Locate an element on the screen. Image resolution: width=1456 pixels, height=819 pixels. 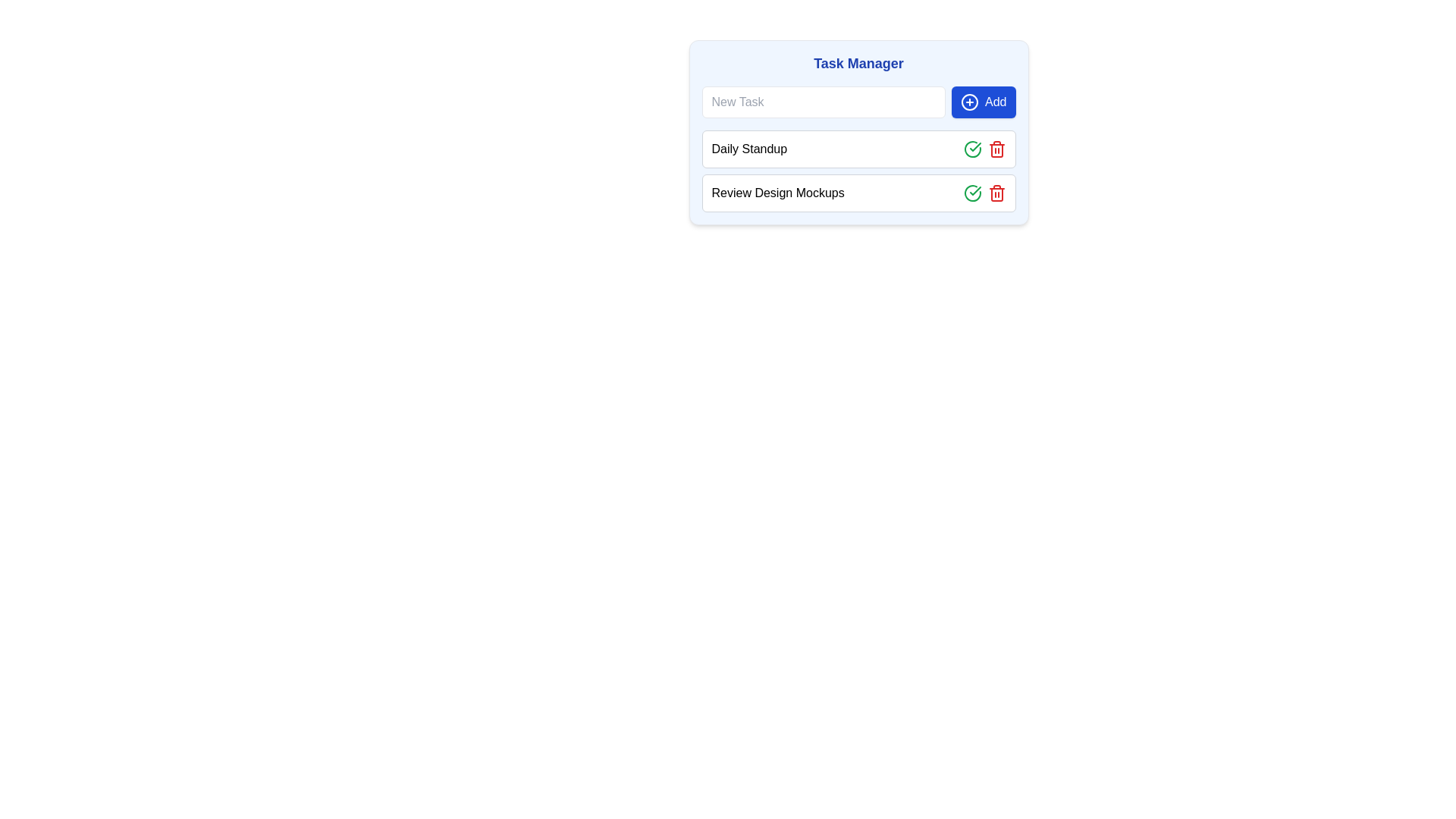
the decorative circular icon located to the left of the text 'Add' in the button at the top-right corner of the task manager interface is located at coordinates (969, 102).